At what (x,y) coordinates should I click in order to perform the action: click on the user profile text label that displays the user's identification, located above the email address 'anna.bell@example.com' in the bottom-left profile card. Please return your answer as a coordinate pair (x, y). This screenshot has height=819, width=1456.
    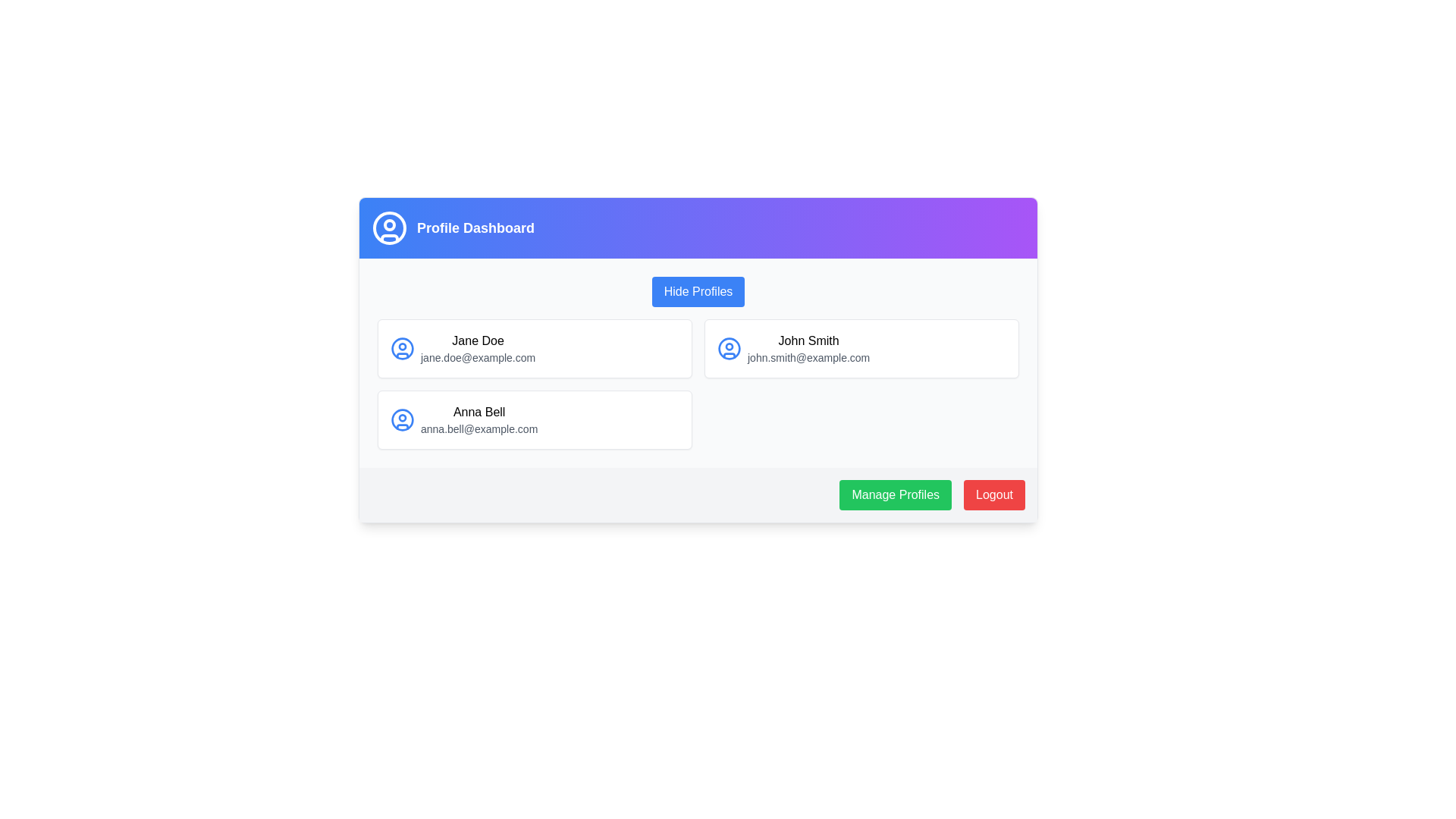
    Looking at the image, I should click on (479, 412).